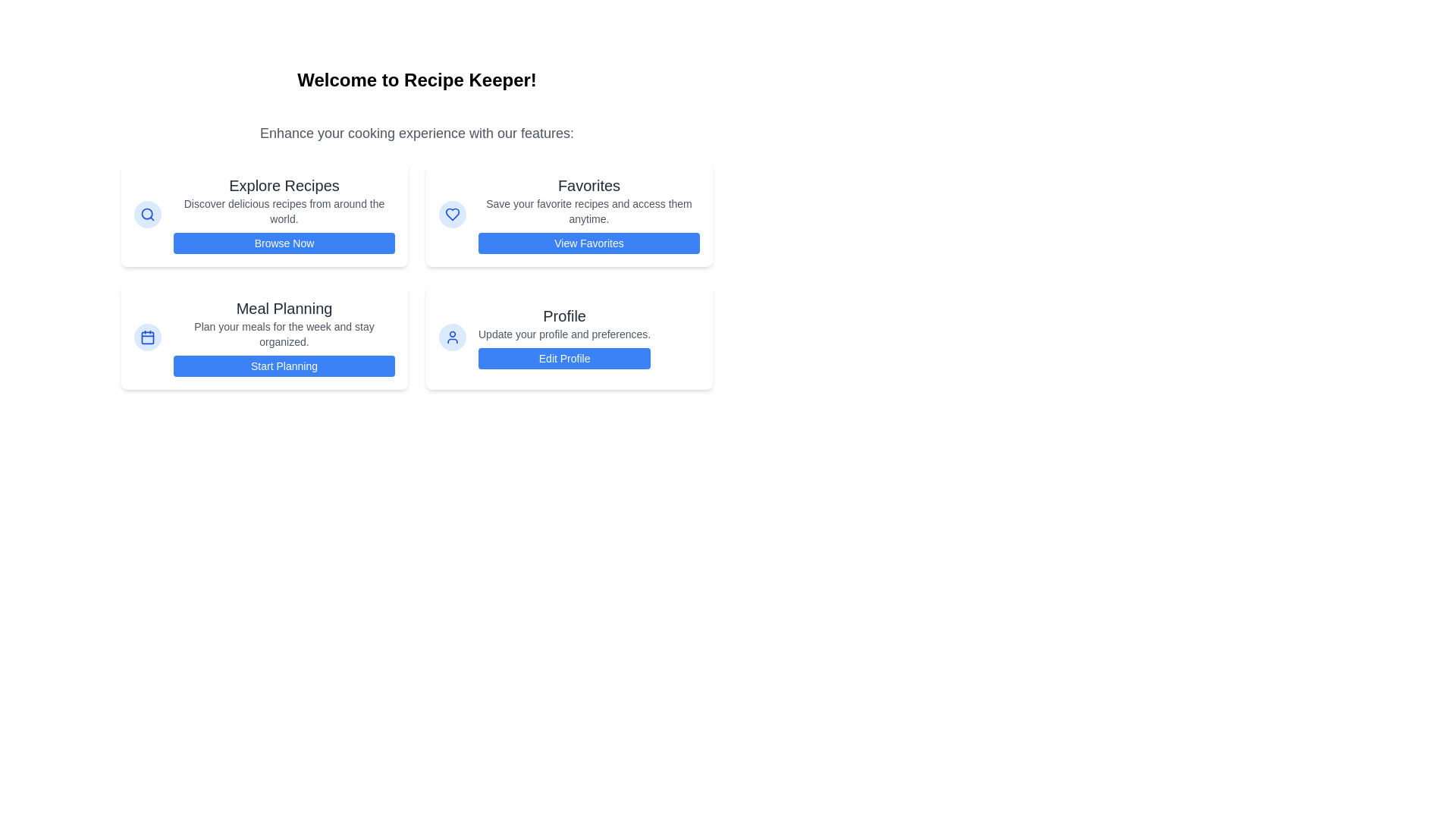 Image resolution: width=1456 pixels, height=819 pixels. What do you see at coordinates (451, 214) in the screenshot?
I see `the heart-shaped outline icon in blue, located within the 'Favorites' card, positioned to the left of the text 'Favorites'` at bounding box center [451, 214].